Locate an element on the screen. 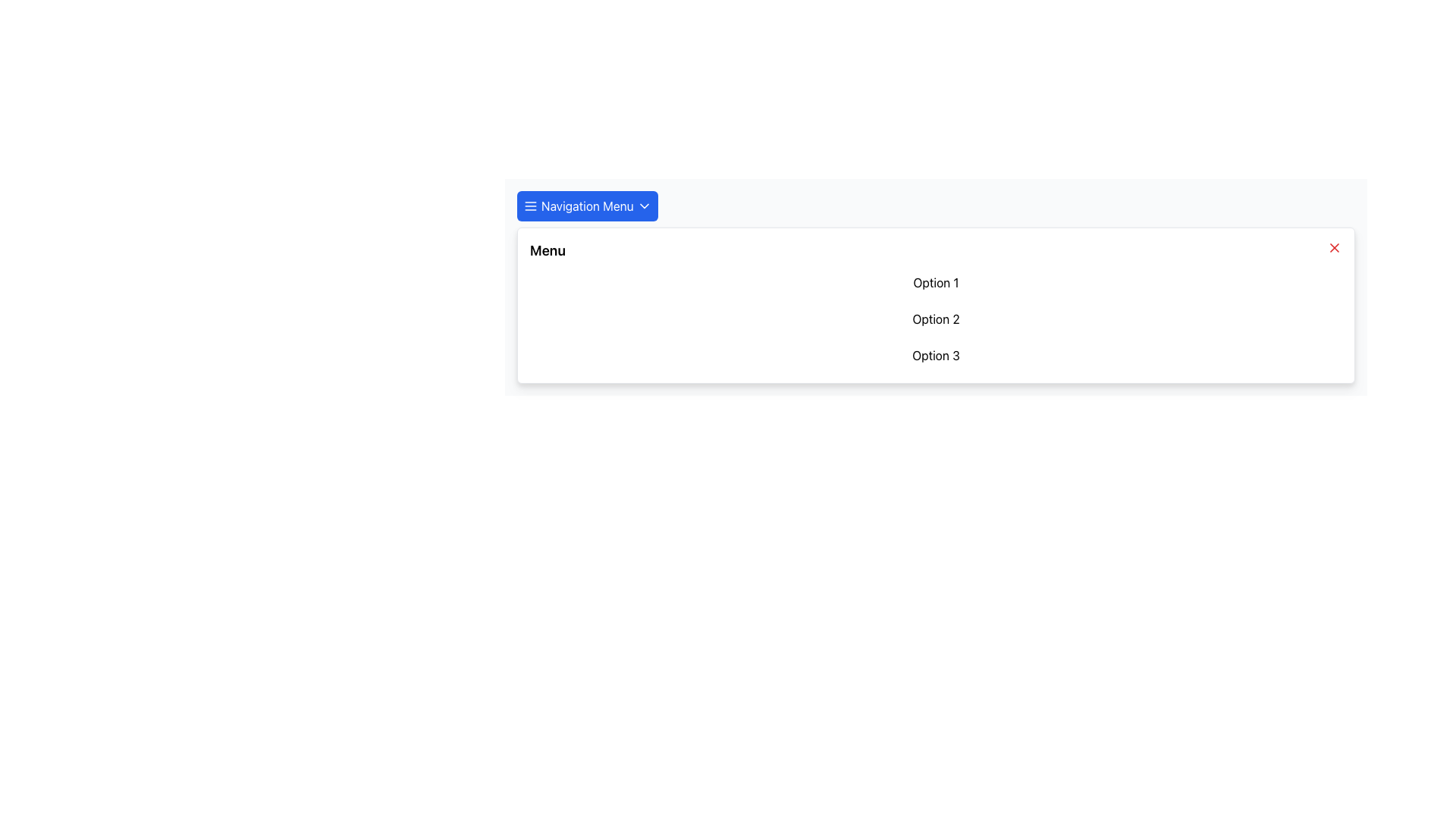 Image resolution: width=1456 pixels, height=819 pixels. the red close icon resembling a cross located at the top-right corner of the dropdown panel is located at coordinates (1335, 247).